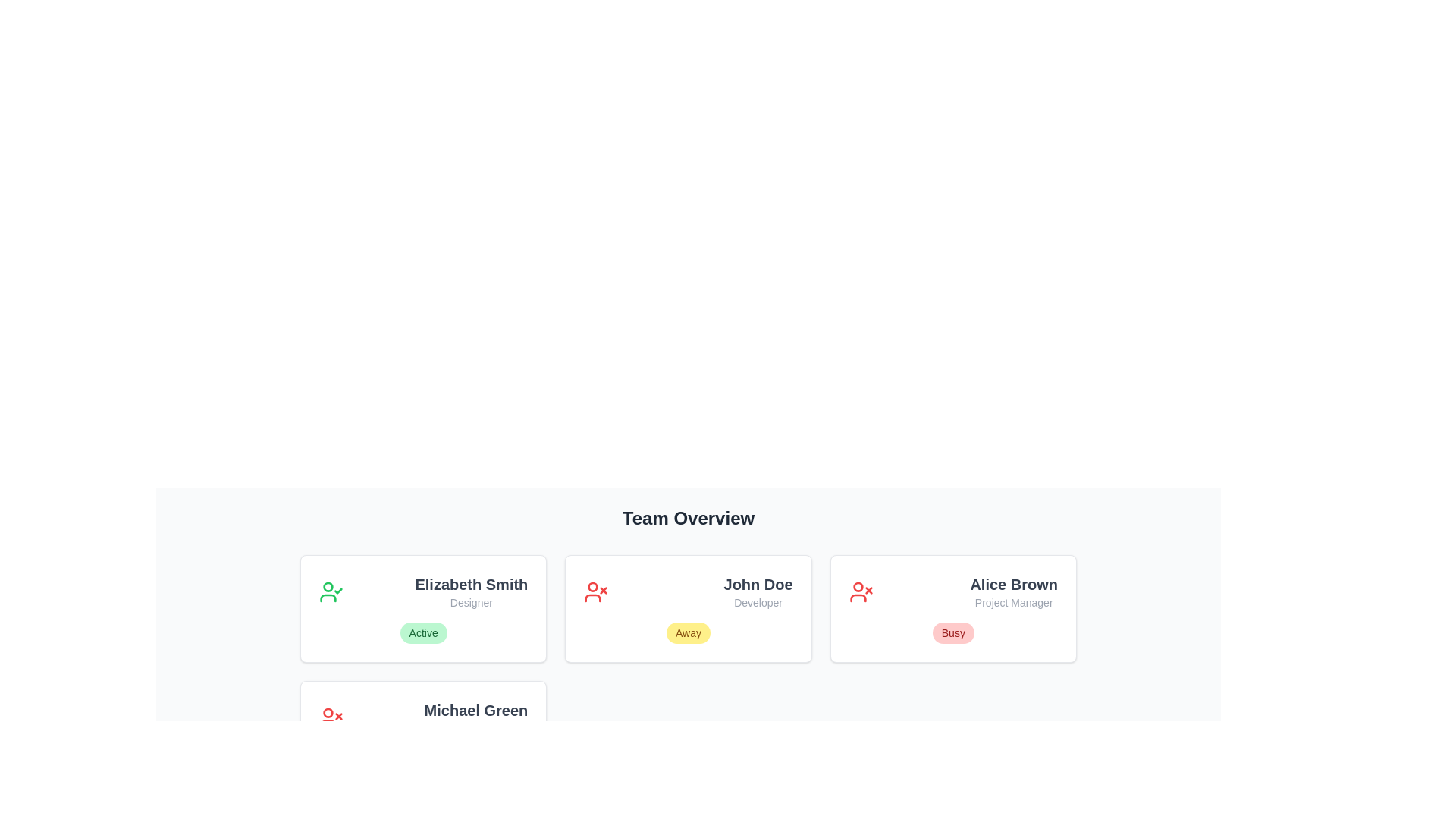 The image size is (1456, 819). I want to click on the text label displaying 'Alice Brown', which is the second text line in the rightmost card of the second row in the 'Team Overview' grid, so click(1014, 601).